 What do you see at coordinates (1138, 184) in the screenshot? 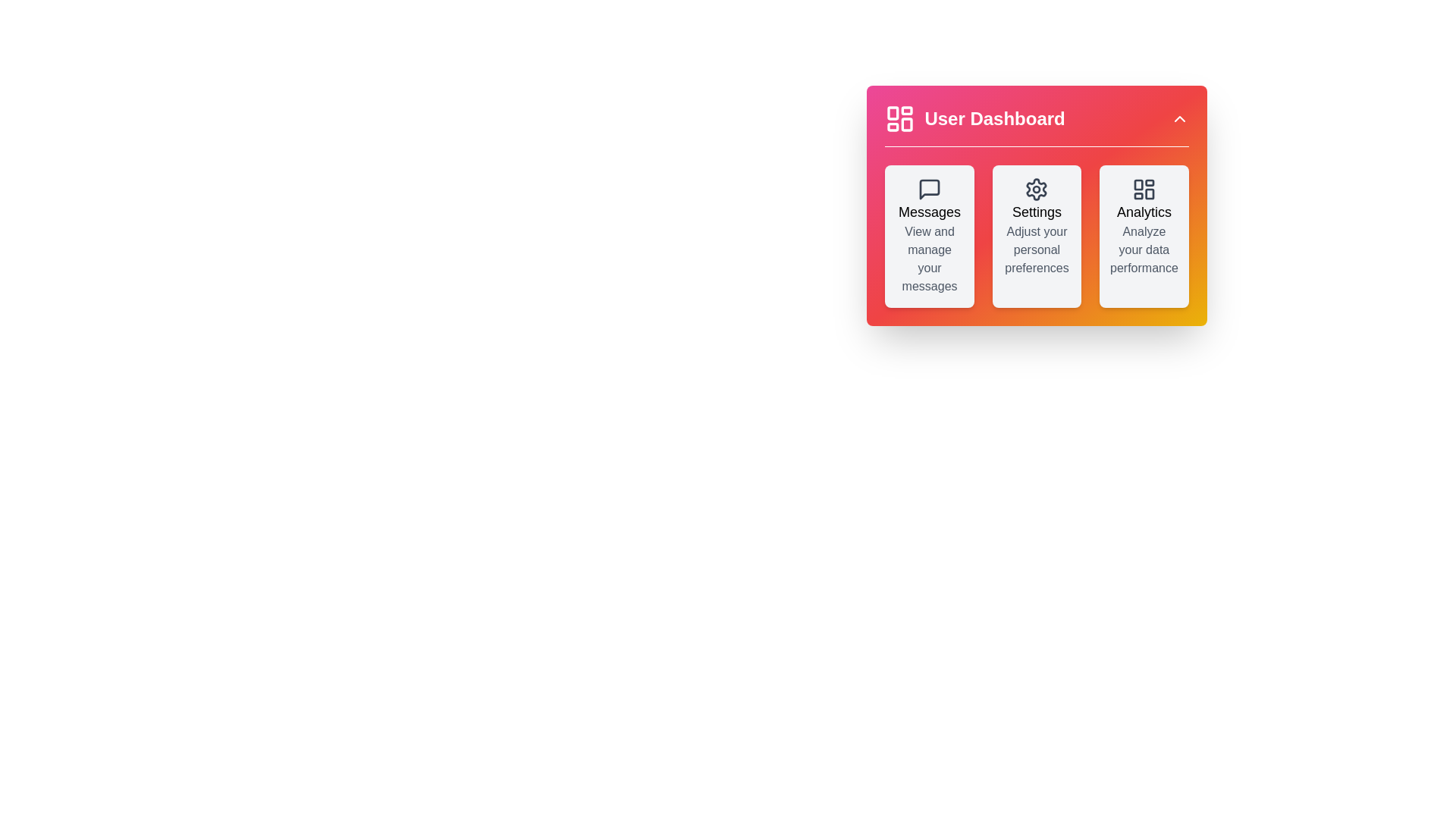
I see `the Decorative UI element that is part of the grid icon located at the top-left corner of the user dashboard panel above the 'Messages' section` at bounding box center [1138, 184].